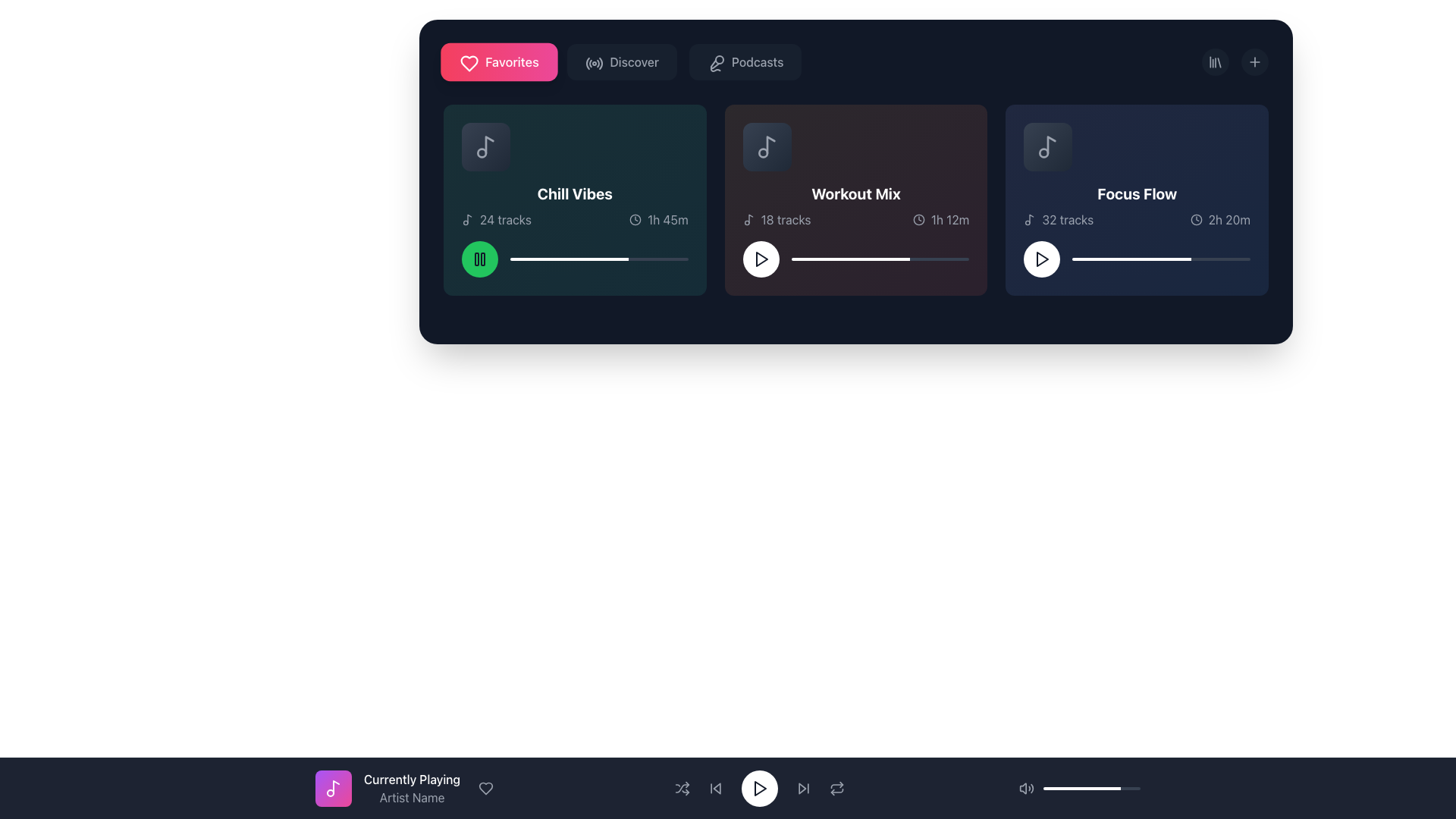  What do you see at coordinates (1081, 788) in the screenshot?
I see `the white-colored progress bar segment located at the bottom center of the interface, which is an inner segment of a progress bar within a dark gray background bar` at bounding box center [1081, 788].